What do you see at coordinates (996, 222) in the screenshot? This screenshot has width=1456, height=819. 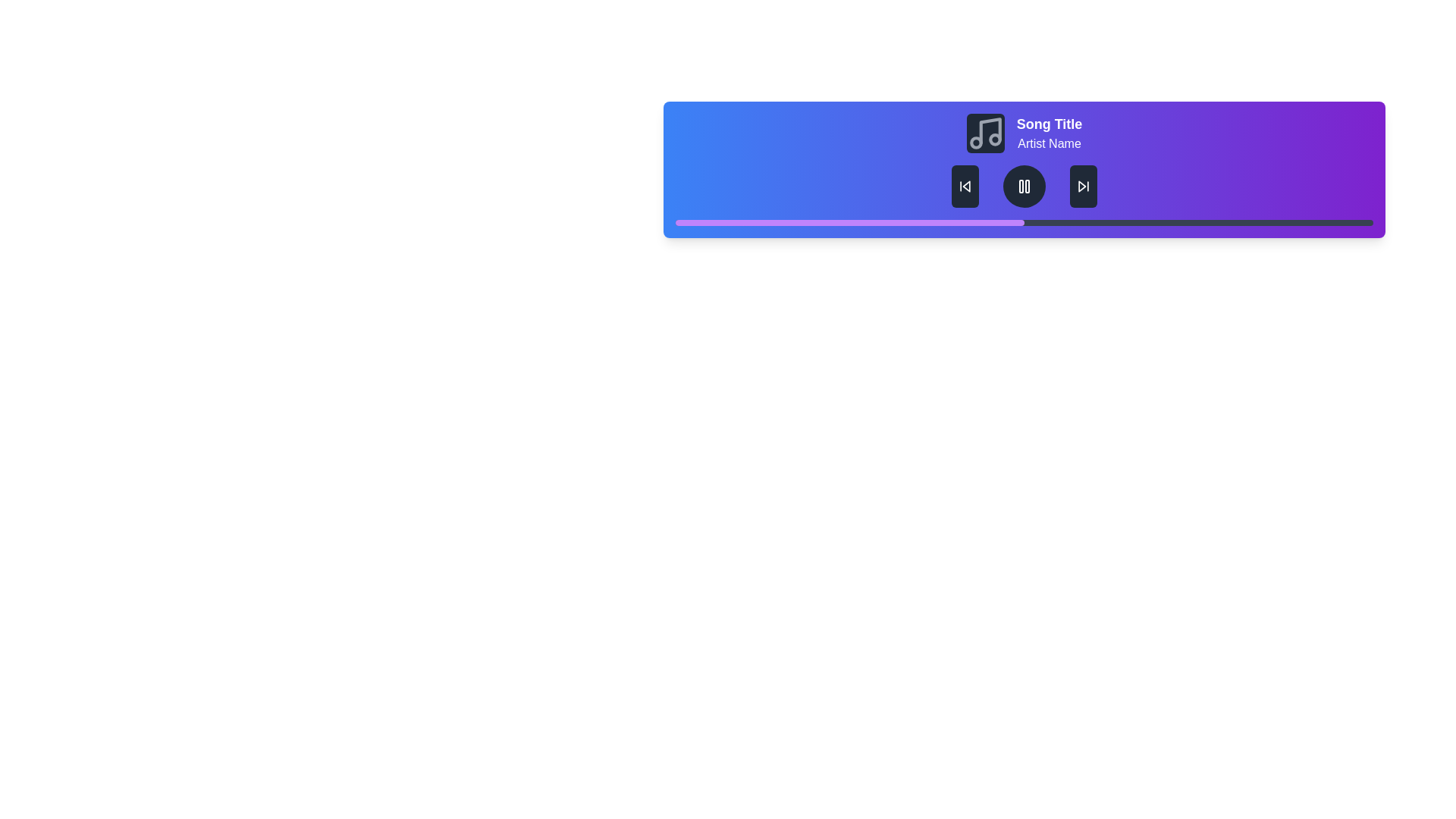 I see `progress` at bounding box center [996, 222].